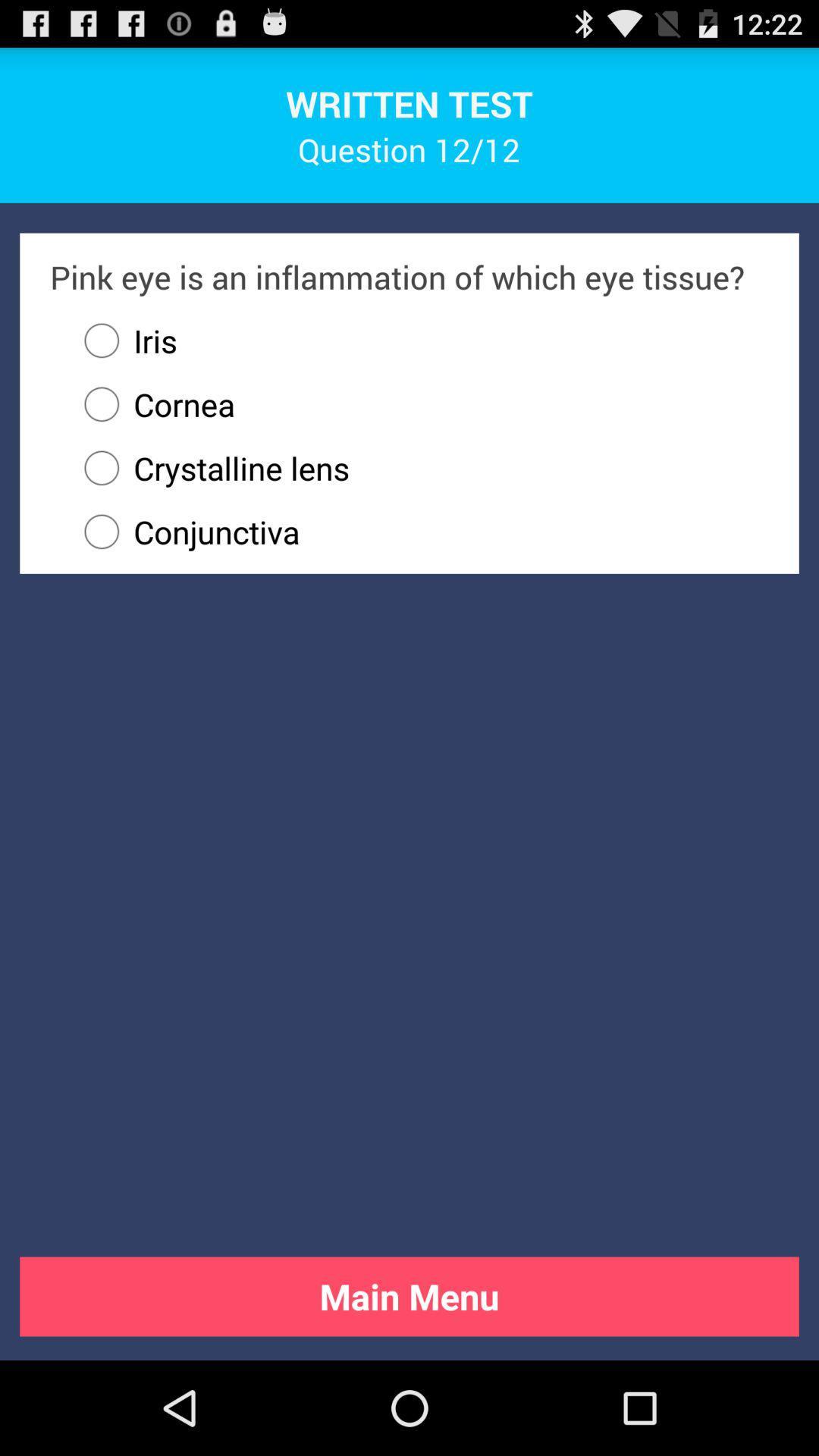 The height and width of the screenshot is (1456, 819). Describe the element at coordinates (152, 404) in the screenshot. I see `icon above crystalline lens radio button` at that location.